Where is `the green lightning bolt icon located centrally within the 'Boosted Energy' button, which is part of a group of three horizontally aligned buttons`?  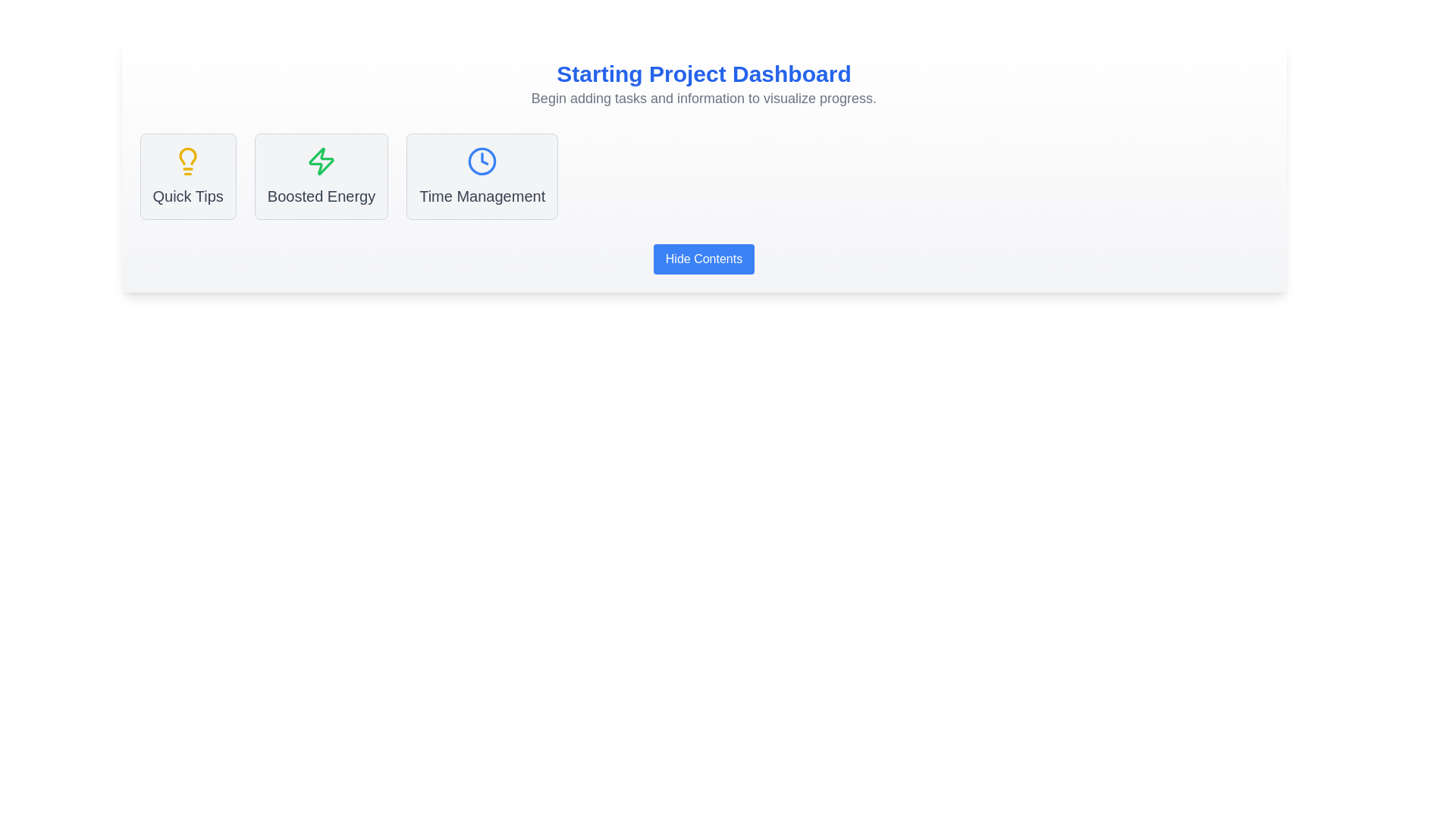 the green lightning bolt icon located centrally within the 'Boosted Energy' button, which is part of a group of three horizontally aligned buttons is located at coordinates (320, 161).